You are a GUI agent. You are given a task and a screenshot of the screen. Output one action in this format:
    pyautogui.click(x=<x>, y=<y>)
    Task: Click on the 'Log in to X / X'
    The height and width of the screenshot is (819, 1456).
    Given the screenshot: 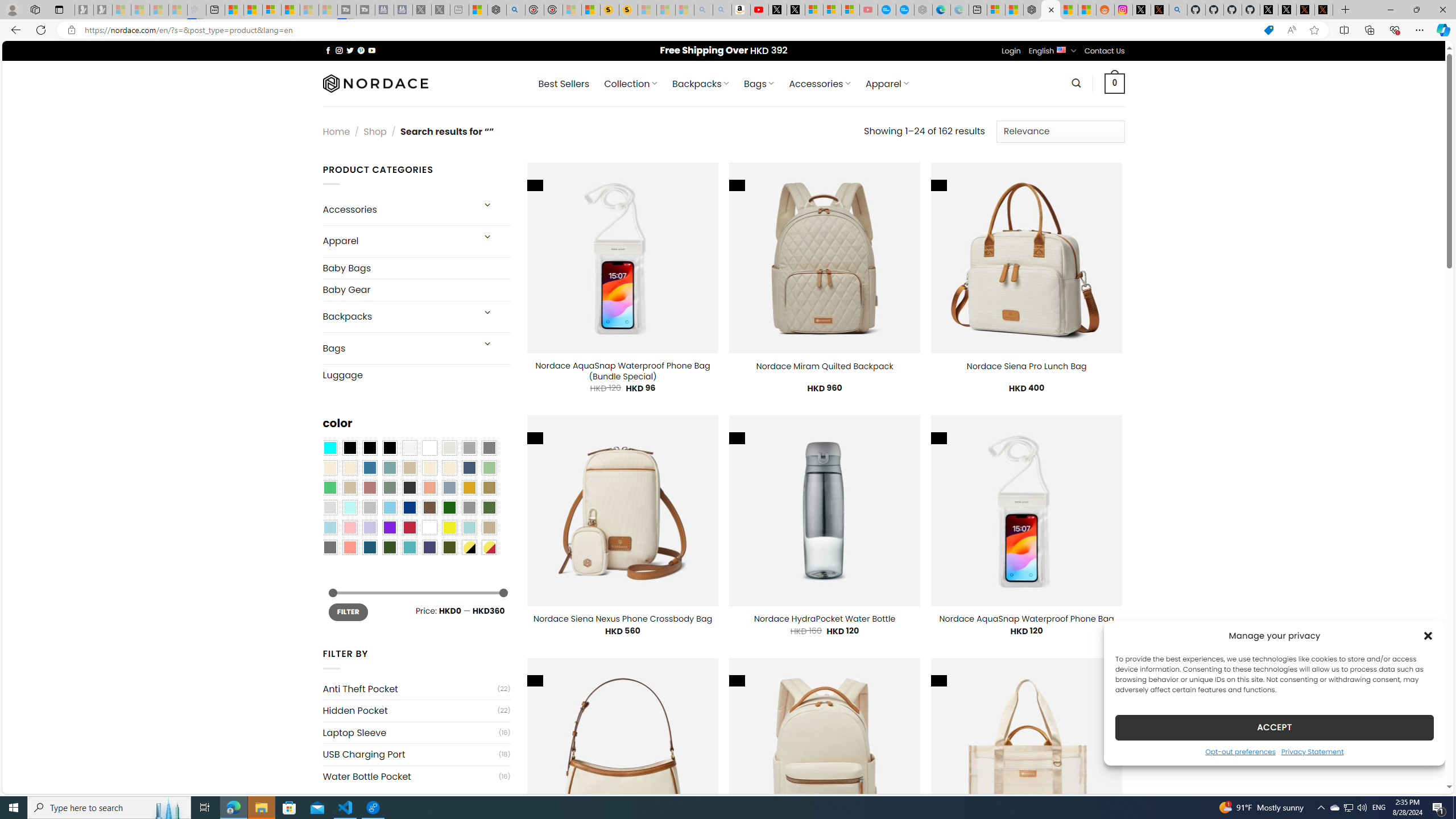 What is the action you would take?
    pyautogui.click(x=1141, y=9)
    